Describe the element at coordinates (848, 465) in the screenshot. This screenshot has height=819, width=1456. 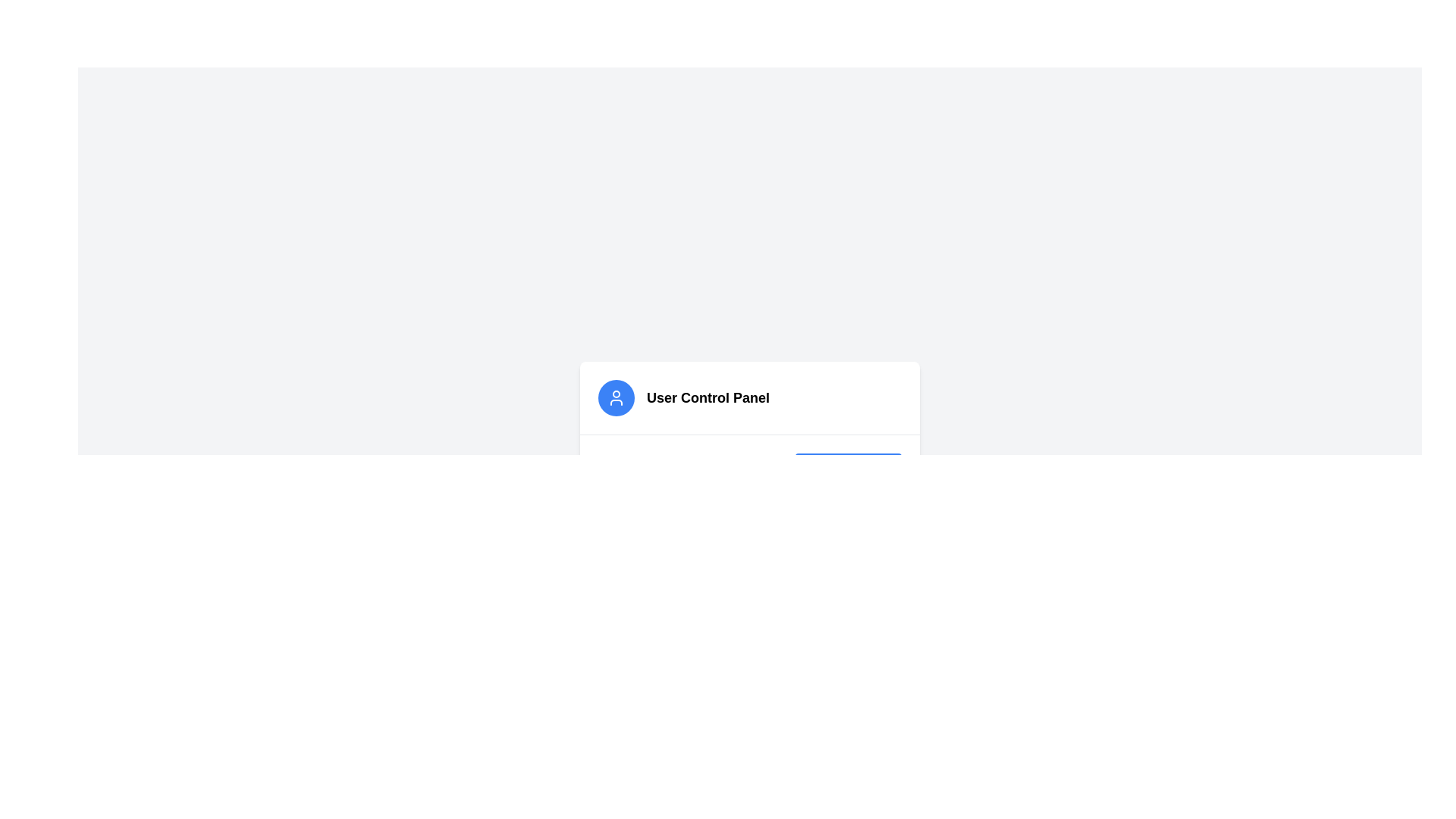
I see `the blue rectangular button labeled 'Remove (5)' to observe any tooltip or visual feedback` at that location.